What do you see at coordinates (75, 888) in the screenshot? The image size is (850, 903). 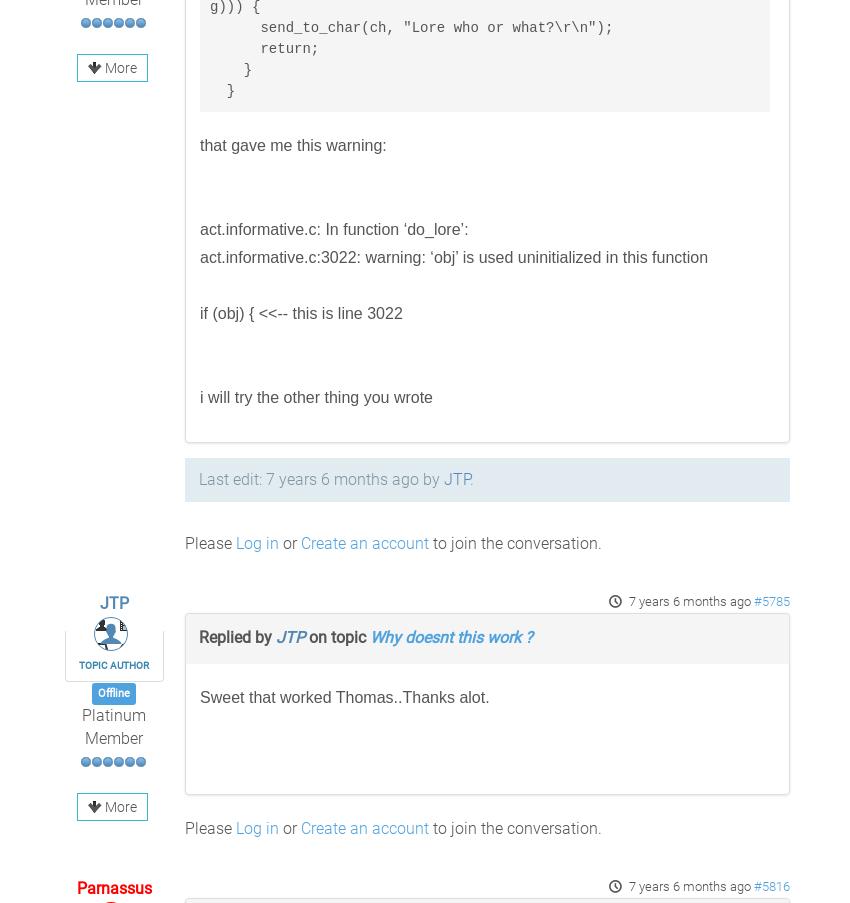 I see `'Parnassus'` at bounding box center [75, 888].